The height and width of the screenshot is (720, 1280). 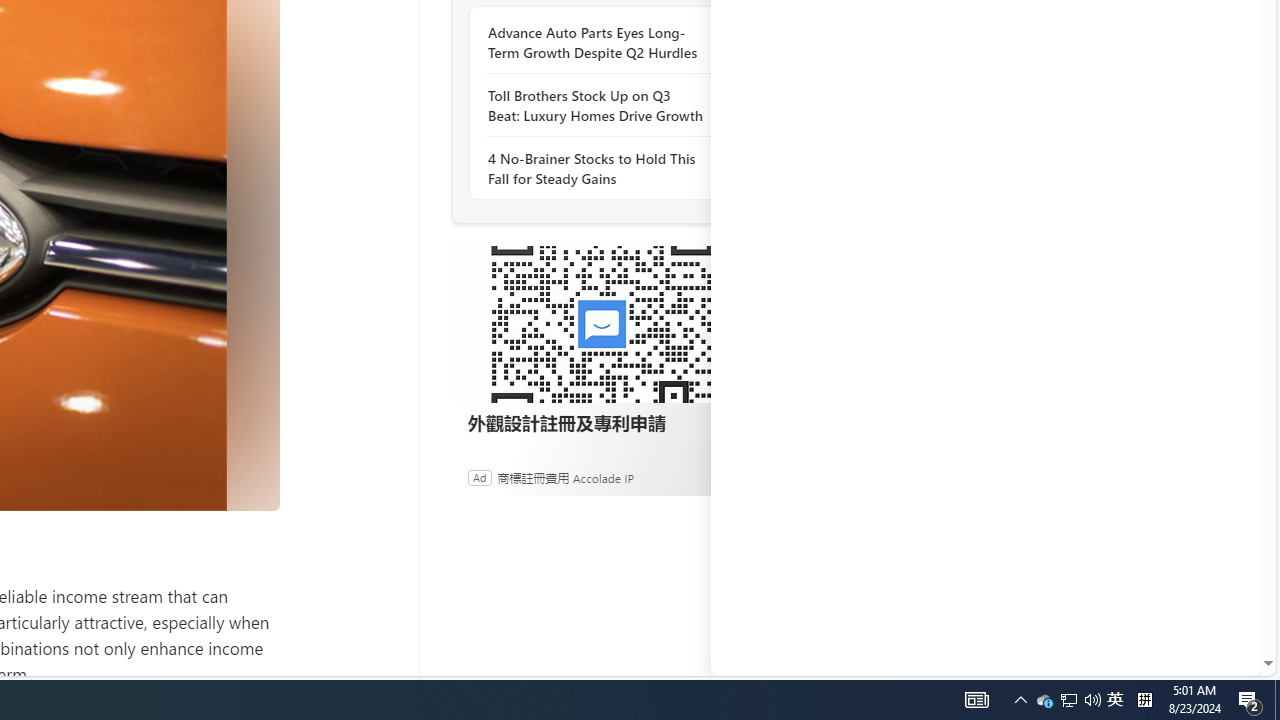 What do you see at coordinates (595, 105) in the screenshot?
I see `'Toll Brothers Stock Up on Q3 Beat: Luxury Homes Drive Growth'` at bounding box center [595, 105].